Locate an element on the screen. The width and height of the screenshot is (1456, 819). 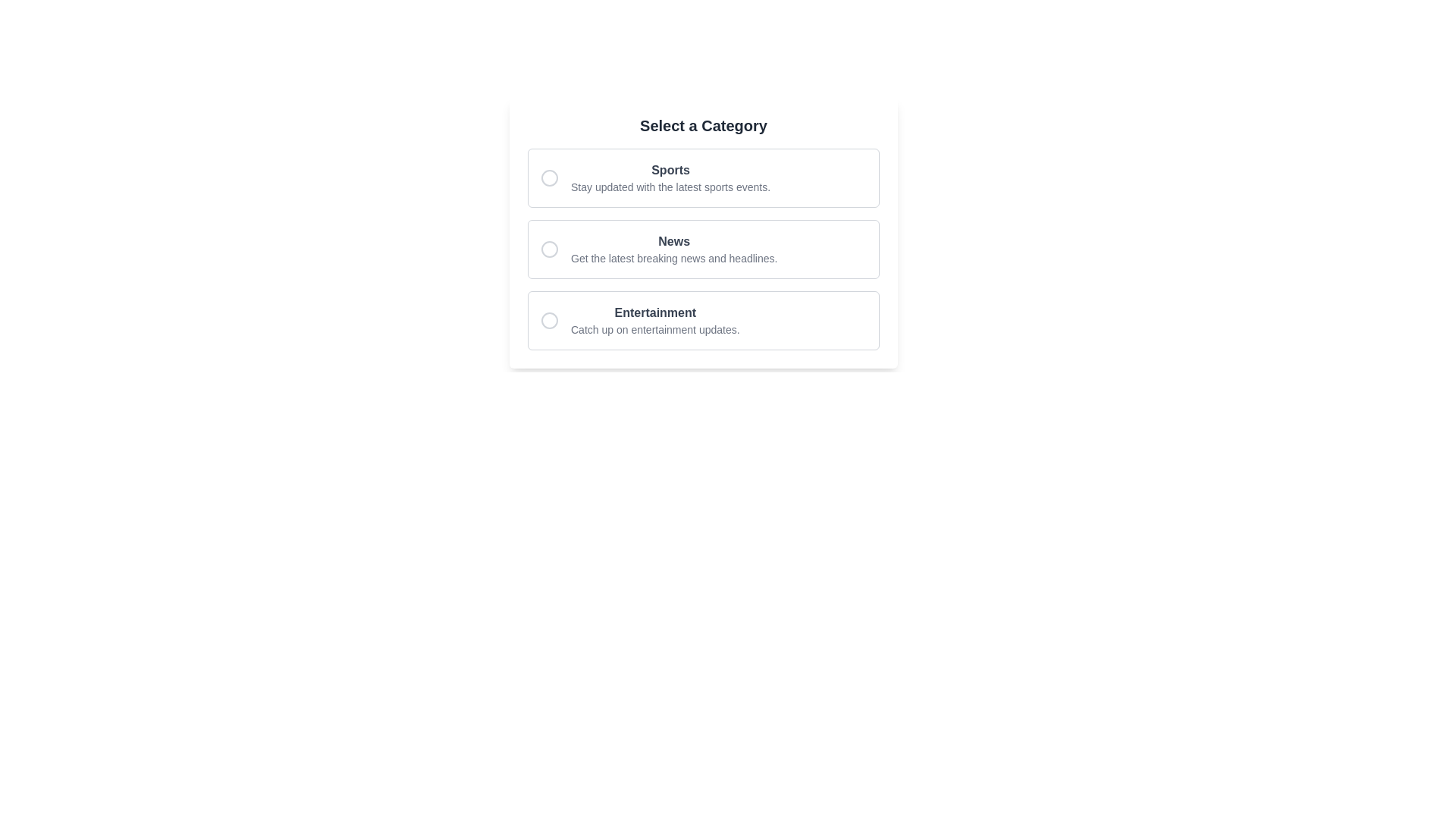
the circle element representing the selection state for the 'News' category is located at coordinates (548, 248).